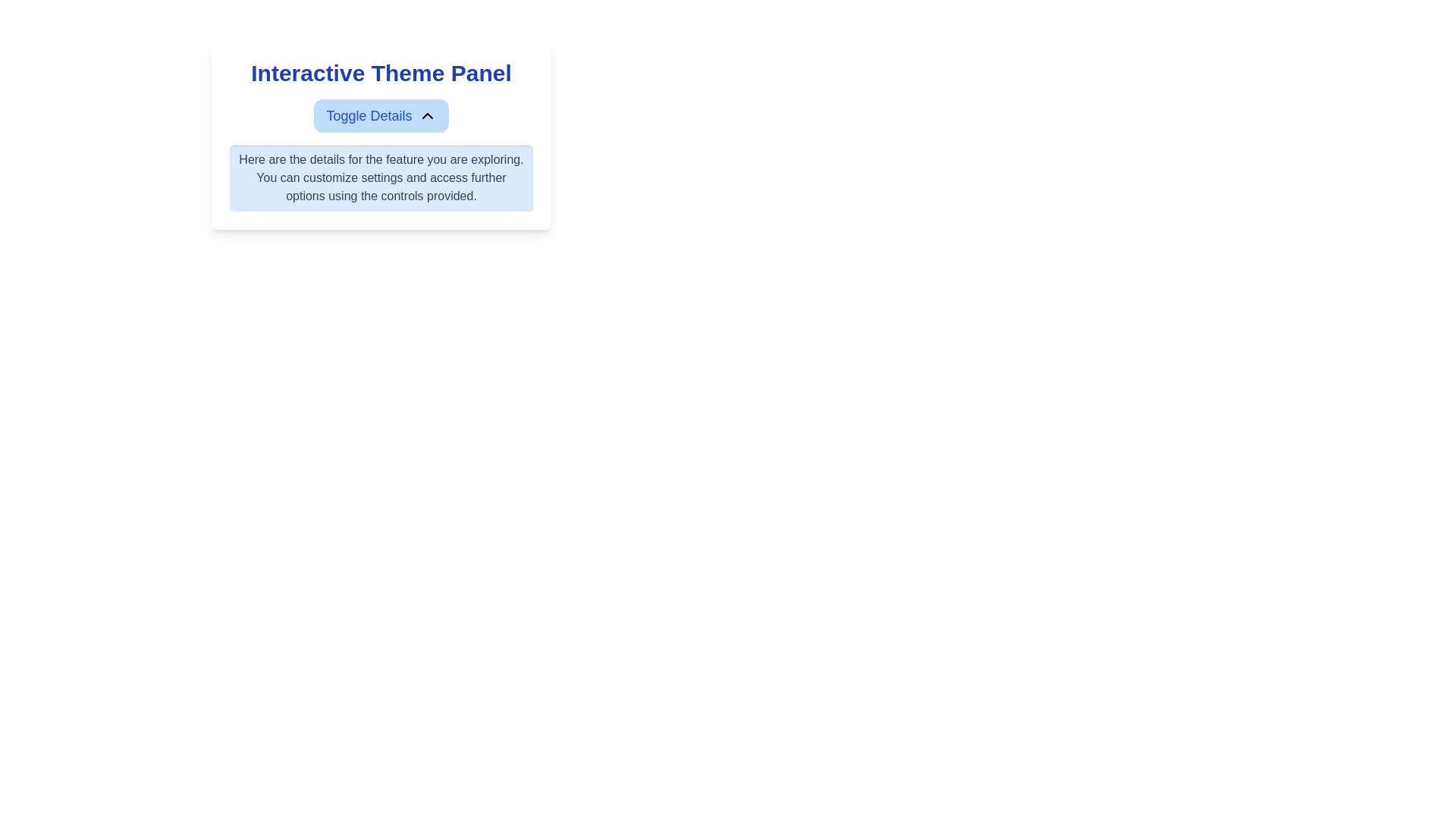 Image resolution: width=1456 pixels, height=819 pixels. I want to click on the toggle button for showing or hiding additional details in the Interactive Theme Panel, so click(381, 115).